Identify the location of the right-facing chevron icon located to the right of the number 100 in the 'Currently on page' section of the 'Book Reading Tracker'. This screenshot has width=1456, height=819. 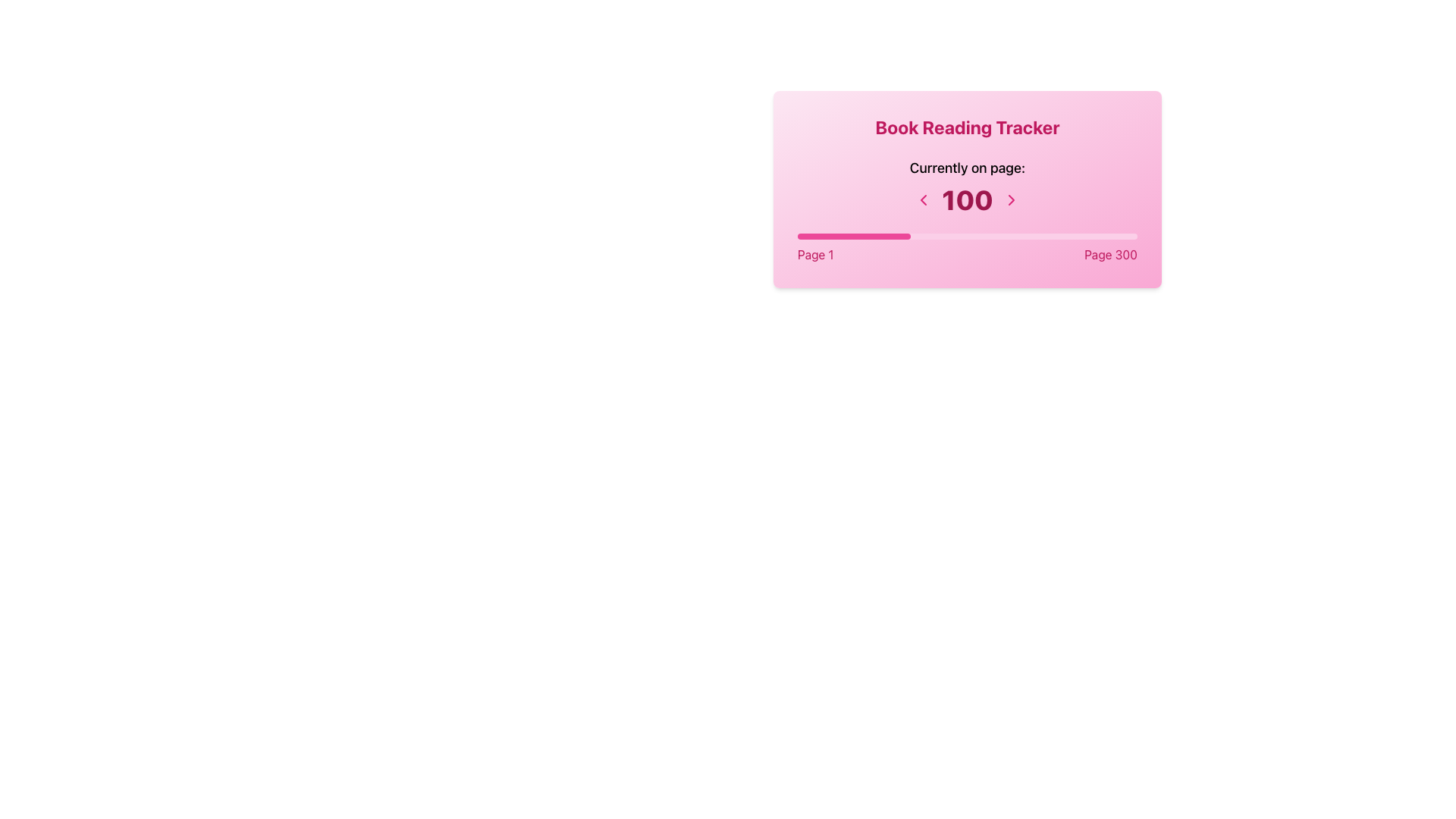
(1011, 199).